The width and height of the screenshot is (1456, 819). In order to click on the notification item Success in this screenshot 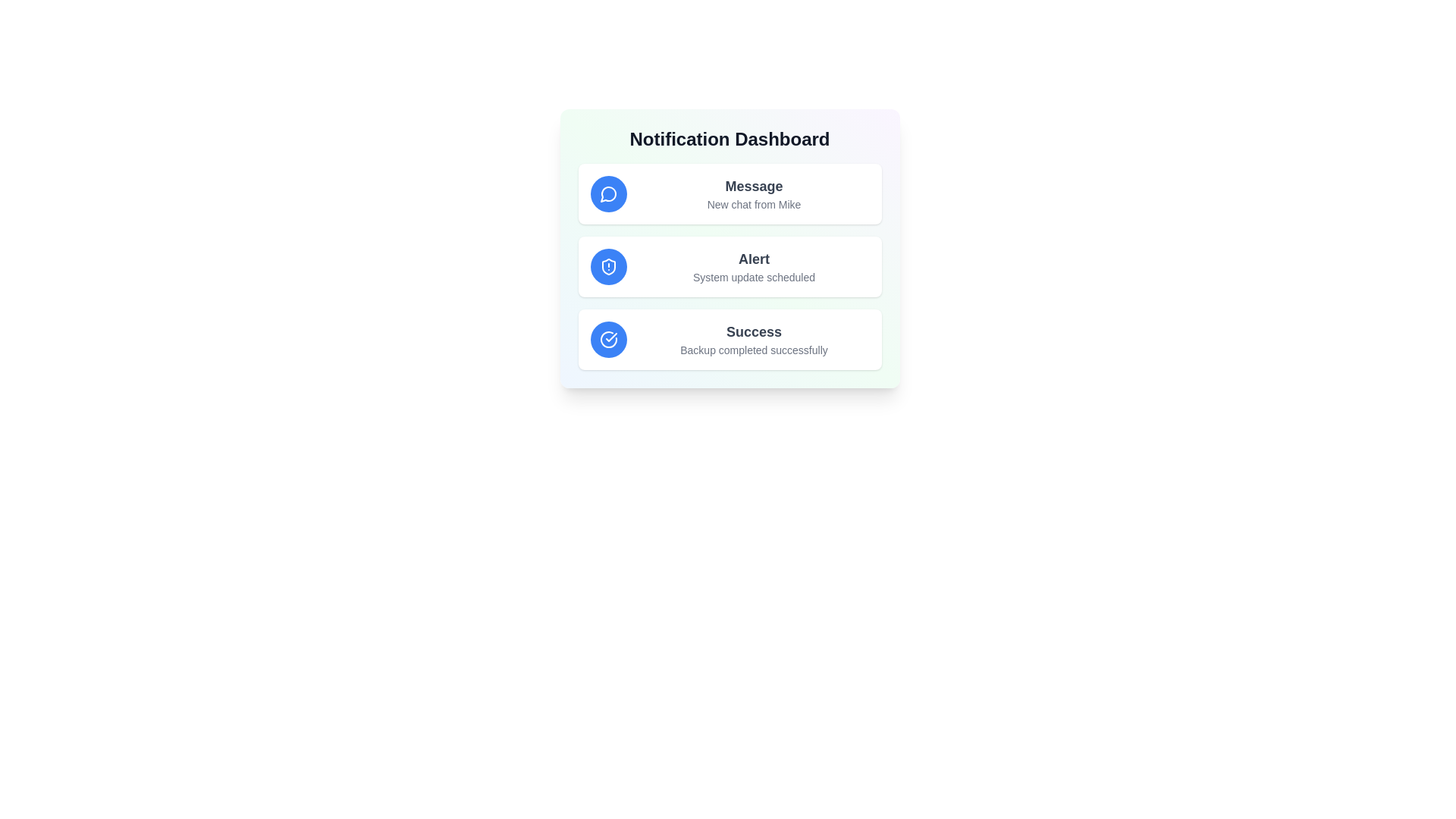, I will do `click(730, 338)`.